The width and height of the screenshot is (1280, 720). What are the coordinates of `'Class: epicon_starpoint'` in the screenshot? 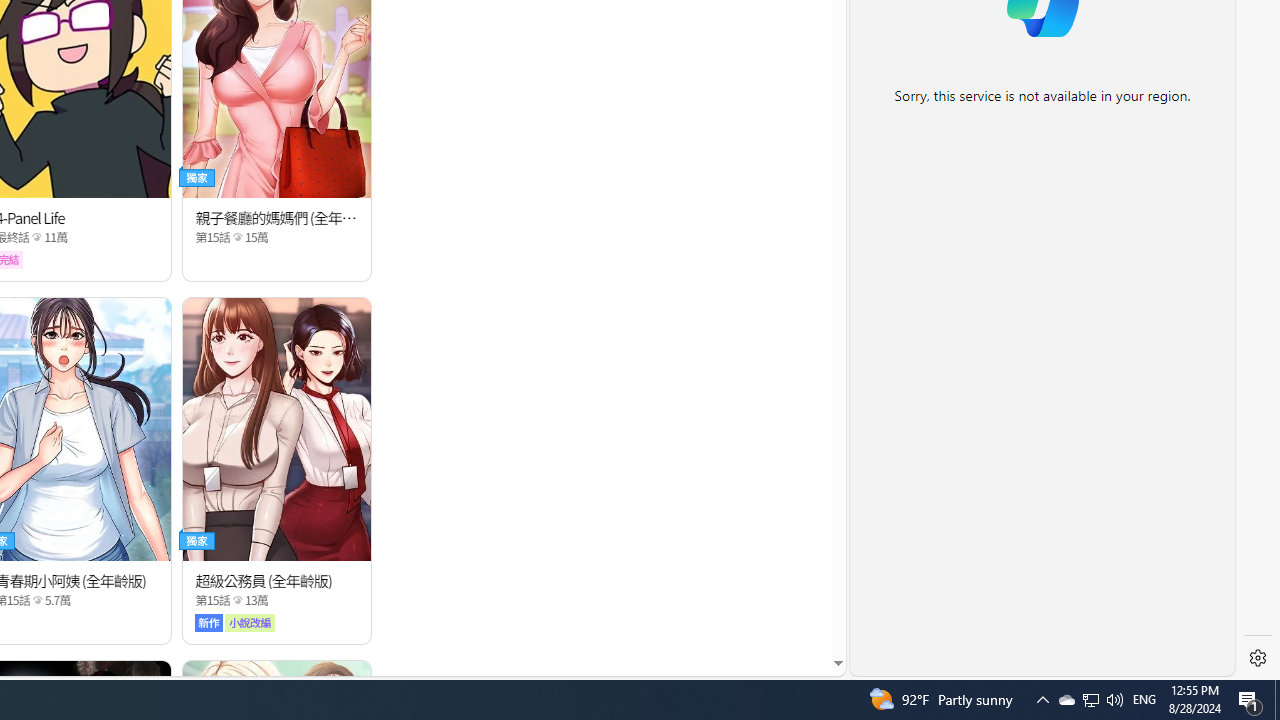 It's located at (237, 599).